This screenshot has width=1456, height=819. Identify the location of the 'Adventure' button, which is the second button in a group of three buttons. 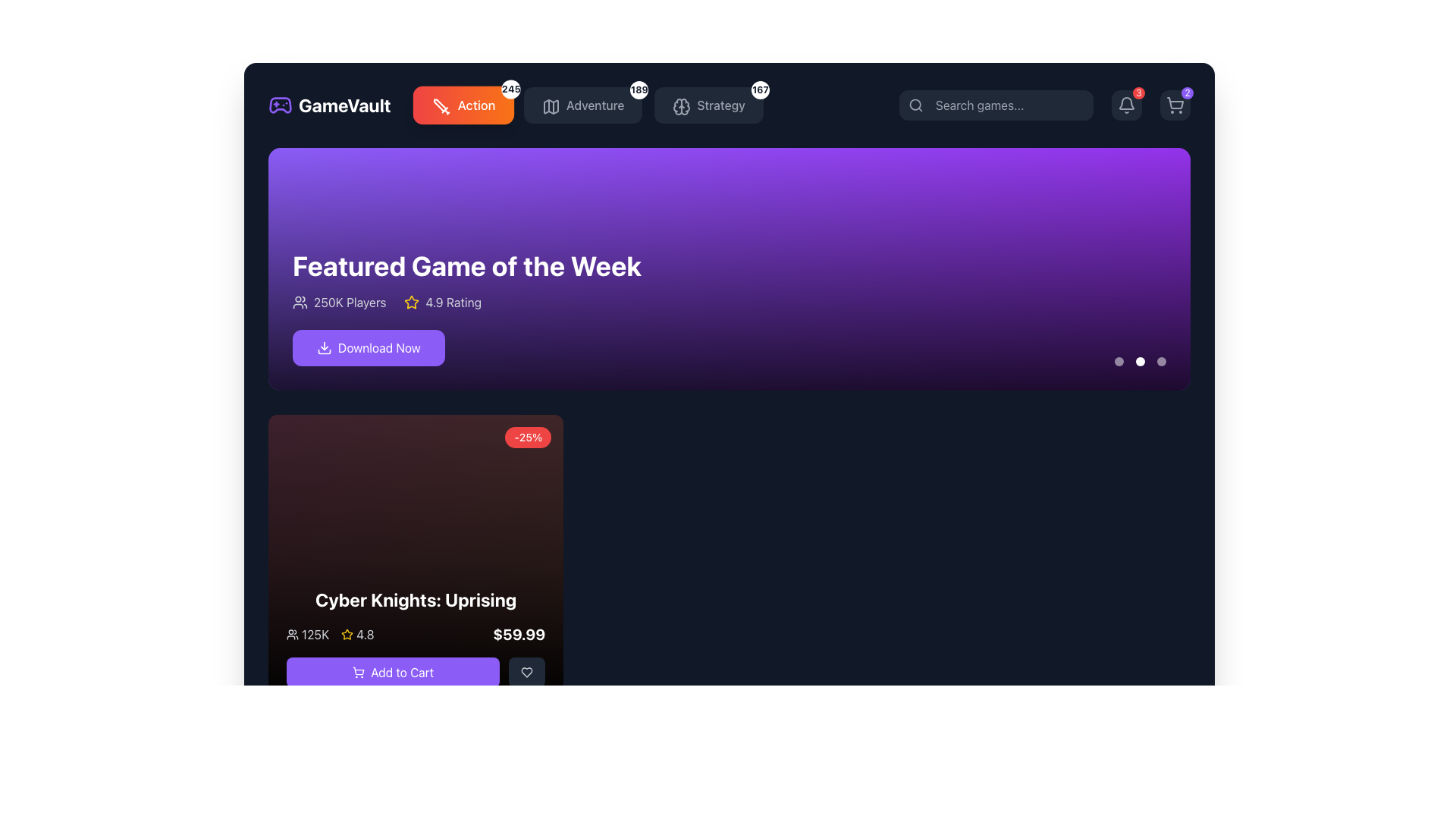
(588, 104).